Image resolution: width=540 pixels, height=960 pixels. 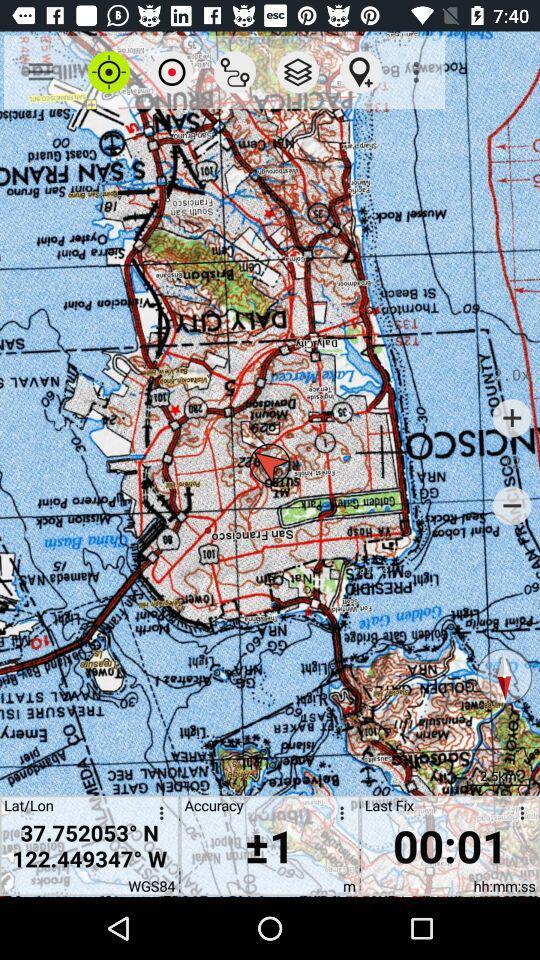 What do you see at coordinates (337, 816) in the screenshot?
I see `open accuracy options` at bounding box center [337, 816].